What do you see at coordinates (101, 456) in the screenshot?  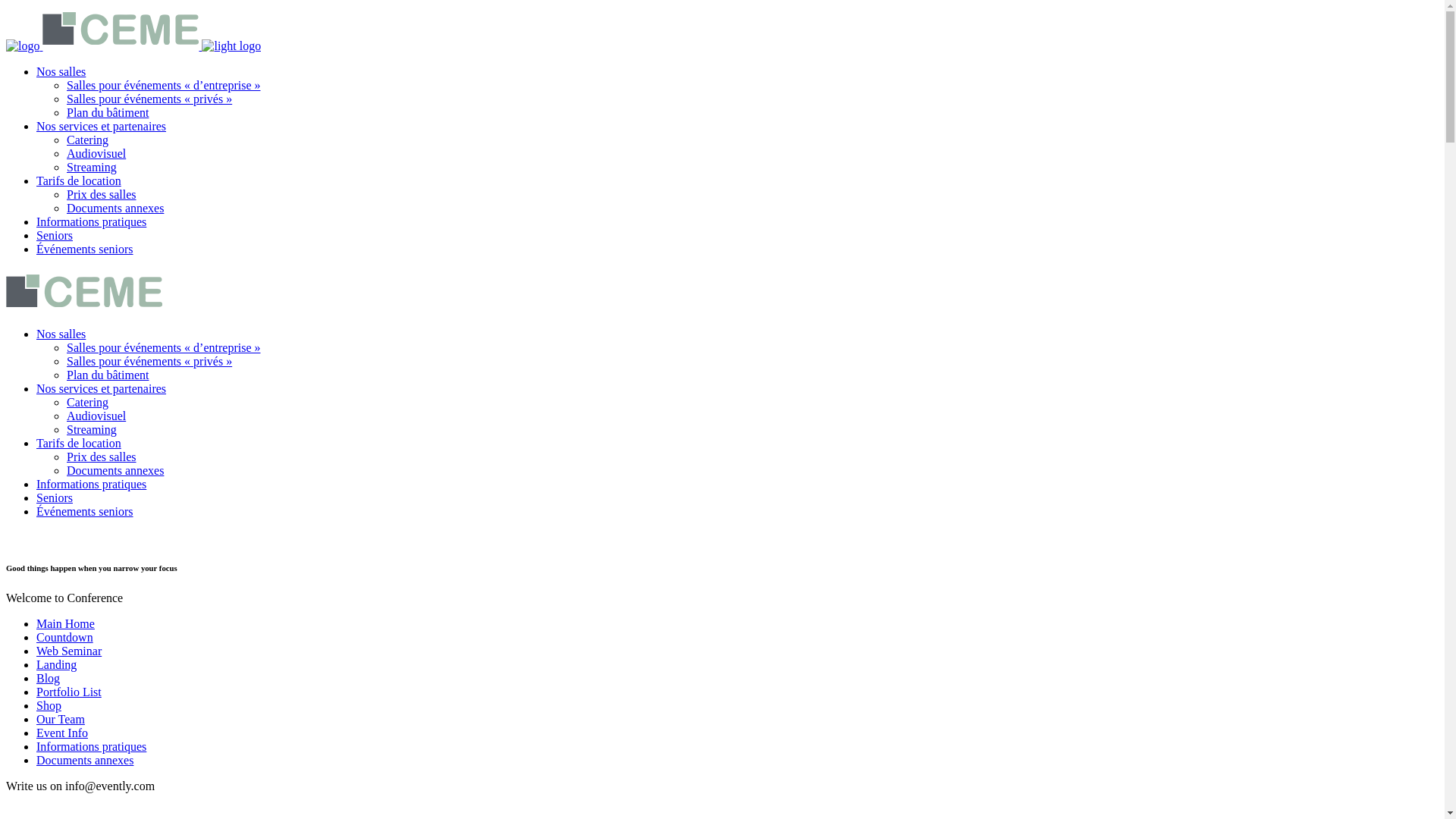 I see `'Prix des salles'` at bounding box center [101, 456].